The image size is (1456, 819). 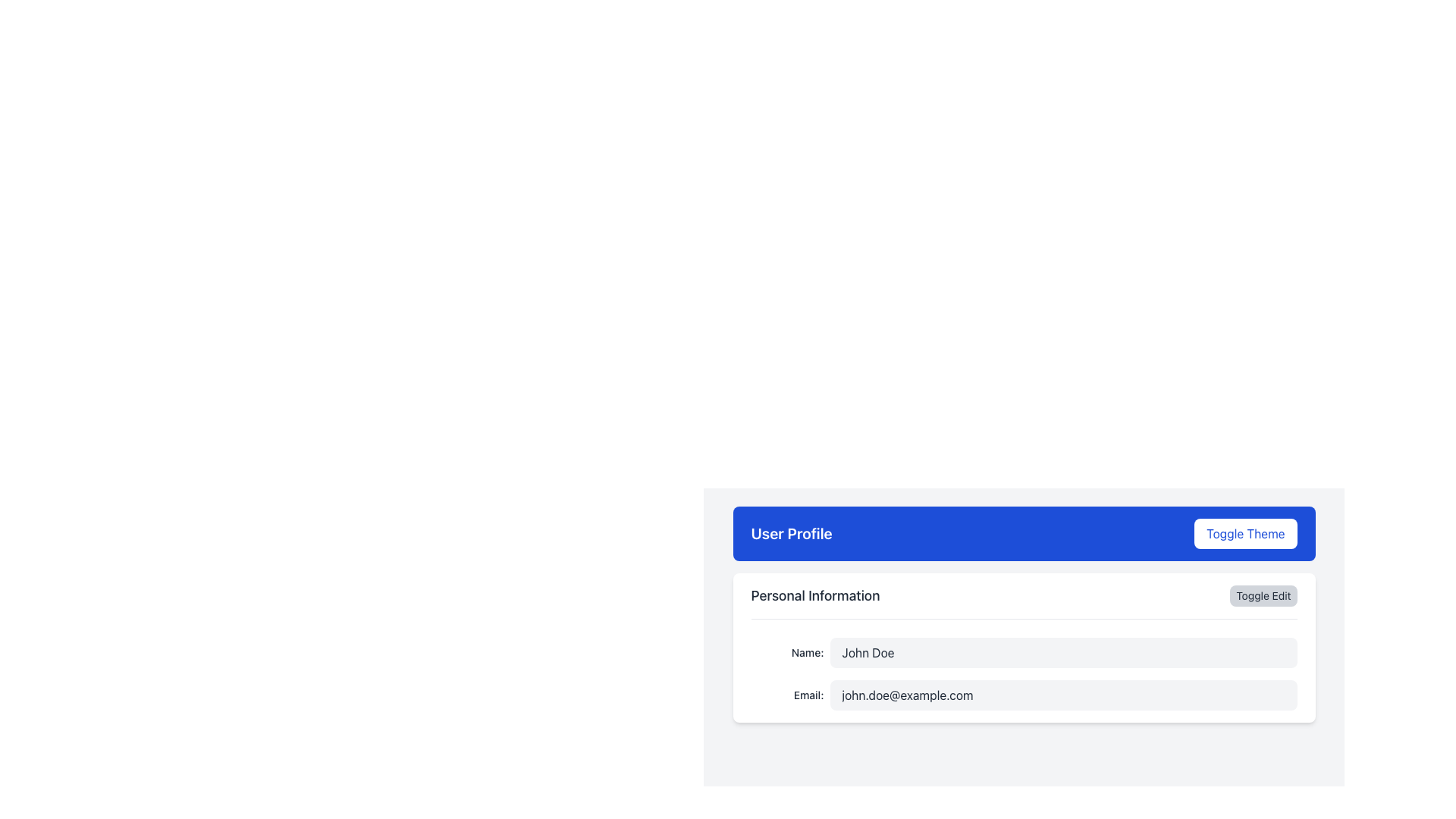 I want to click on the 'Personal Information' text label, which is styled with a bold and slightly larger font and located in the upper-left corner of a section header within a card-like layout, so click(x=814, y=595).